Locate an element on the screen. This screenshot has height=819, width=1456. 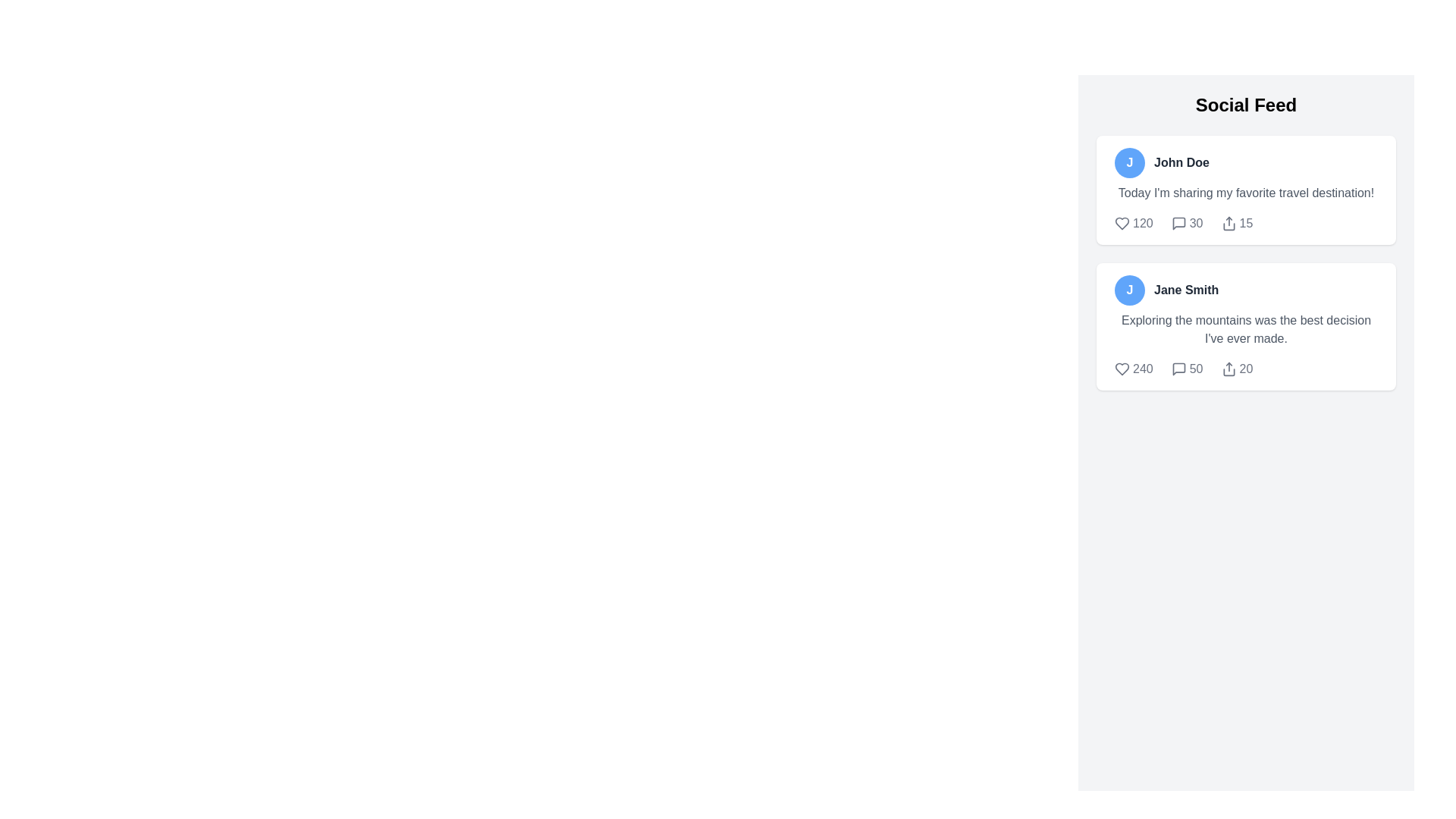
the heart-shaped 'like' button located at the leftmost position in the row of interactive icons in the first post block of the 'Social Feed' section is located at coordinates (1122, 223).